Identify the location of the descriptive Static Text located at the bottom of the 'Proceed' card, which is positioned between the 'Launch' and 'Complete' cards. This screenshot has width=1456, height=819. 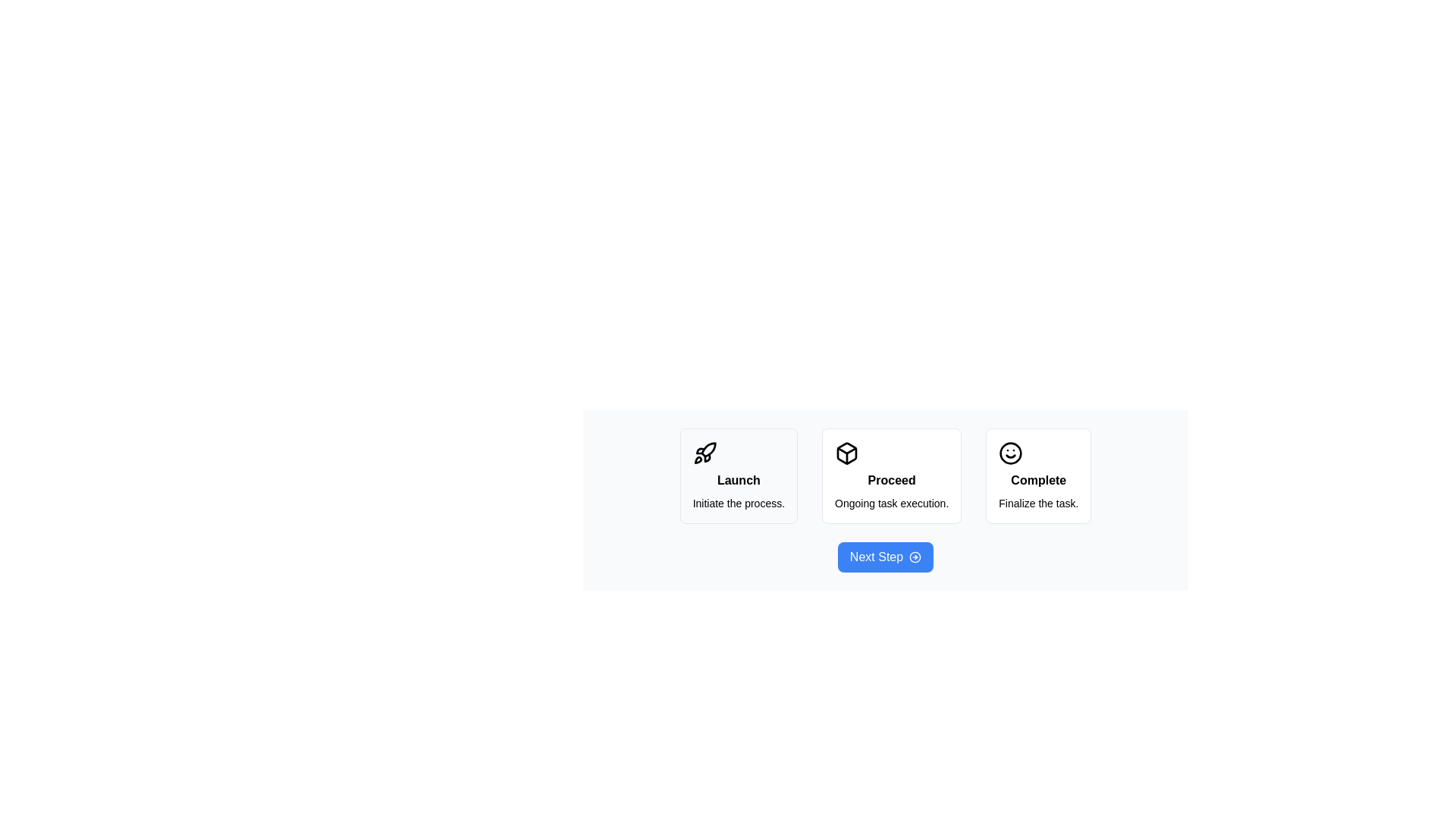
(892, 503).